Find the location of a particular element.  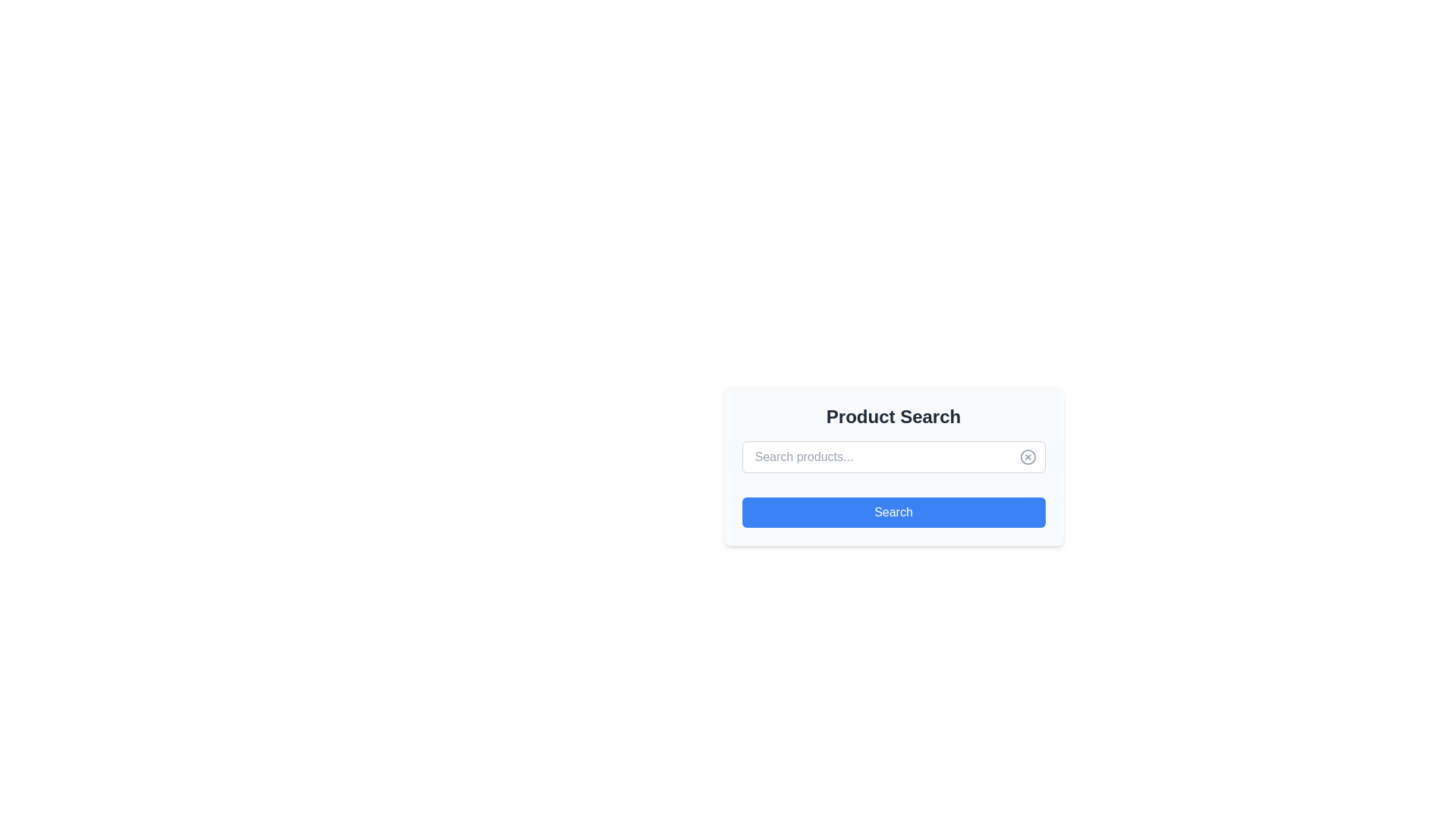

the 'Search' button with rounded corners and a blue background is located at coordinates (893, 512).